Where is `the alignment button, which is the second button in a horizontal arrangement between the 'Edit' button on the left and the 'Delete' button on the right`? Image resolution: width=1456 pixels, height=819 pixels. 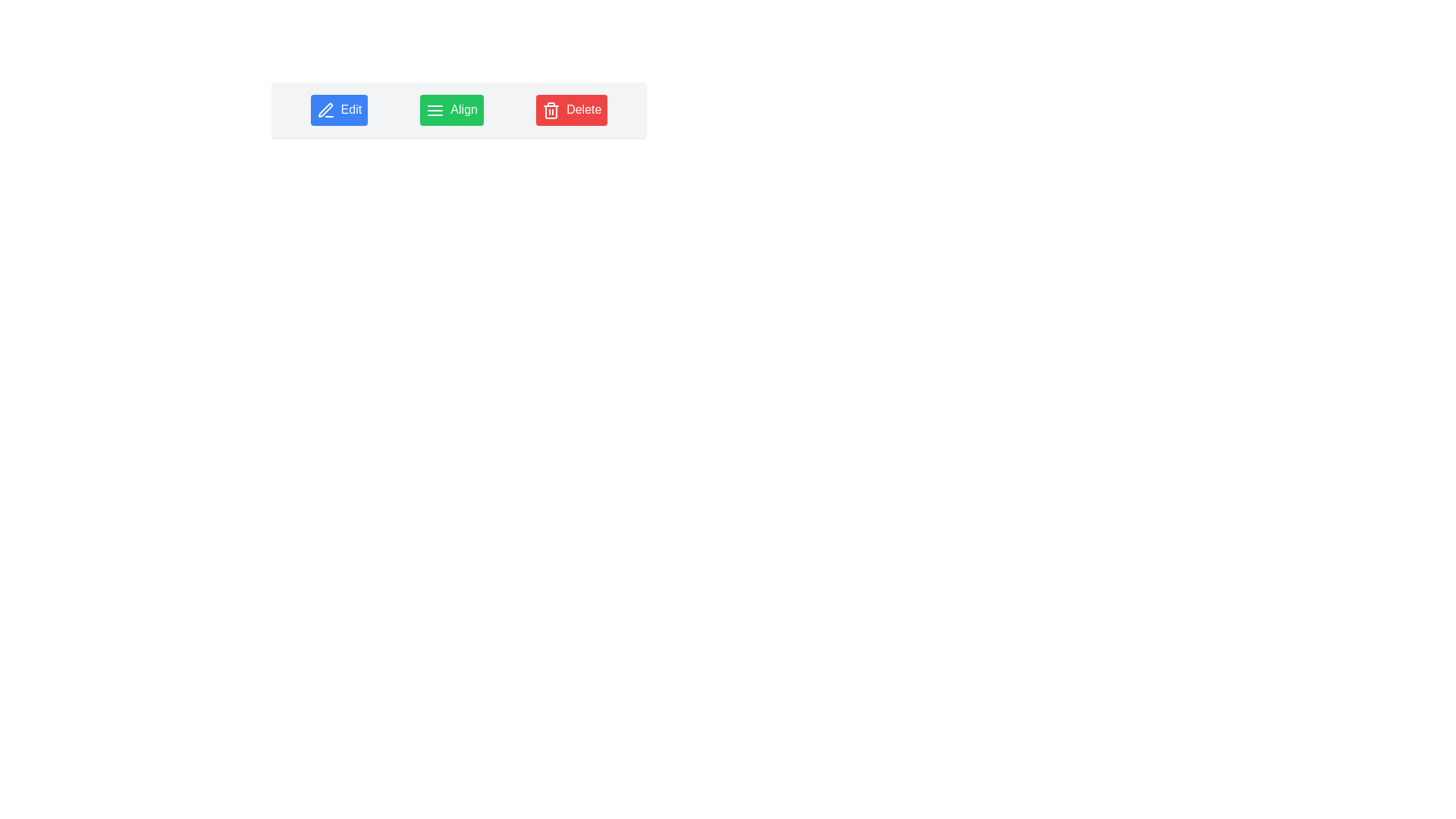 the alignment button, which is the second button in a horizontal arrangement between the 'Edit' button on the left and the 'Delete' button on the right is located at coordinates (451, 109).